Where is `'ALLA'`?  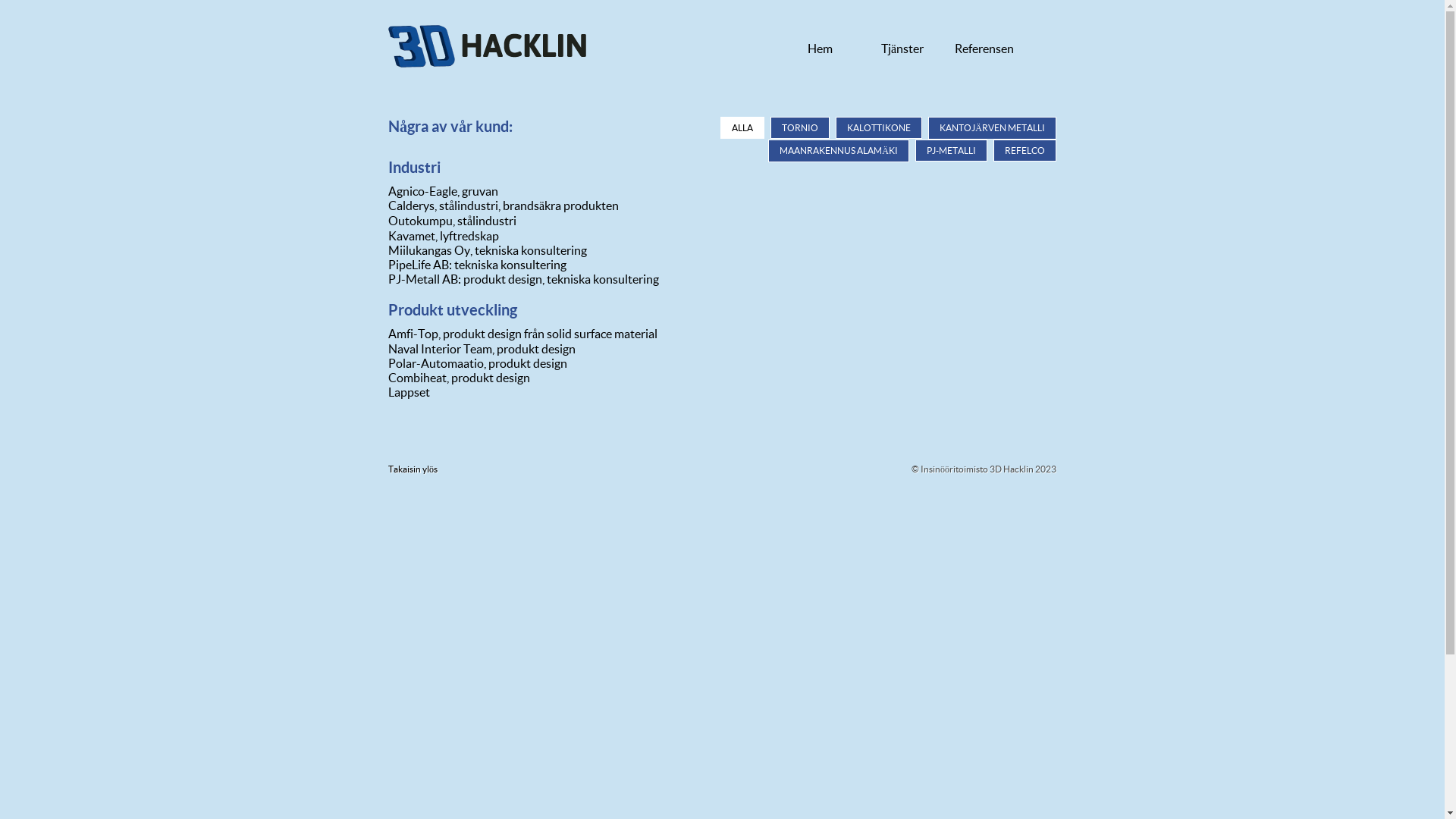
'ALLA' is located at coordinates (720, 127).